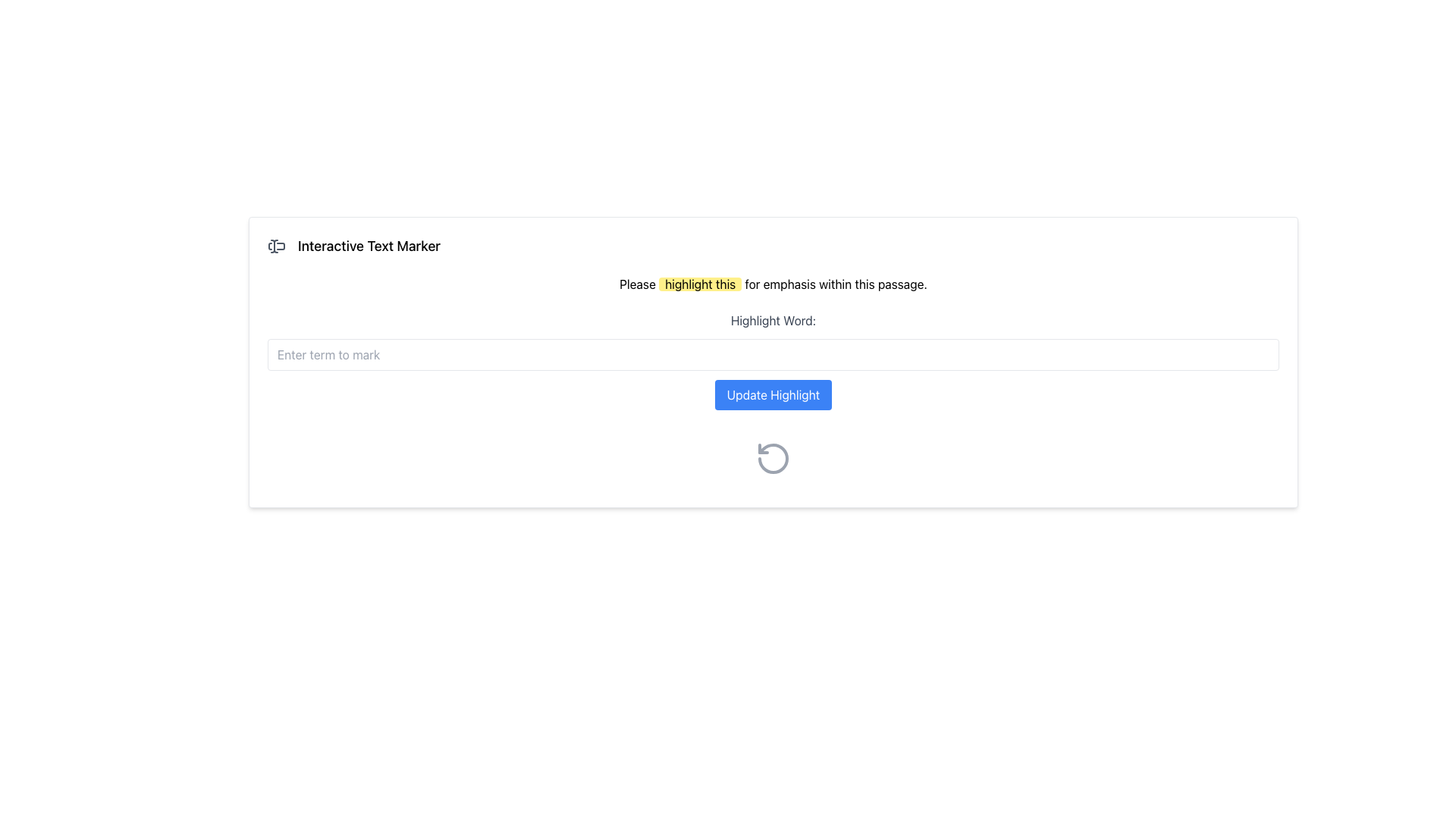 The image size is (1456, 819). Describe the element at coordinates (276, 245) in the screenshot. I see `the Icon element styled with a black outline, which is located to the left of the text 'Interactive Text Marker'` at that location.